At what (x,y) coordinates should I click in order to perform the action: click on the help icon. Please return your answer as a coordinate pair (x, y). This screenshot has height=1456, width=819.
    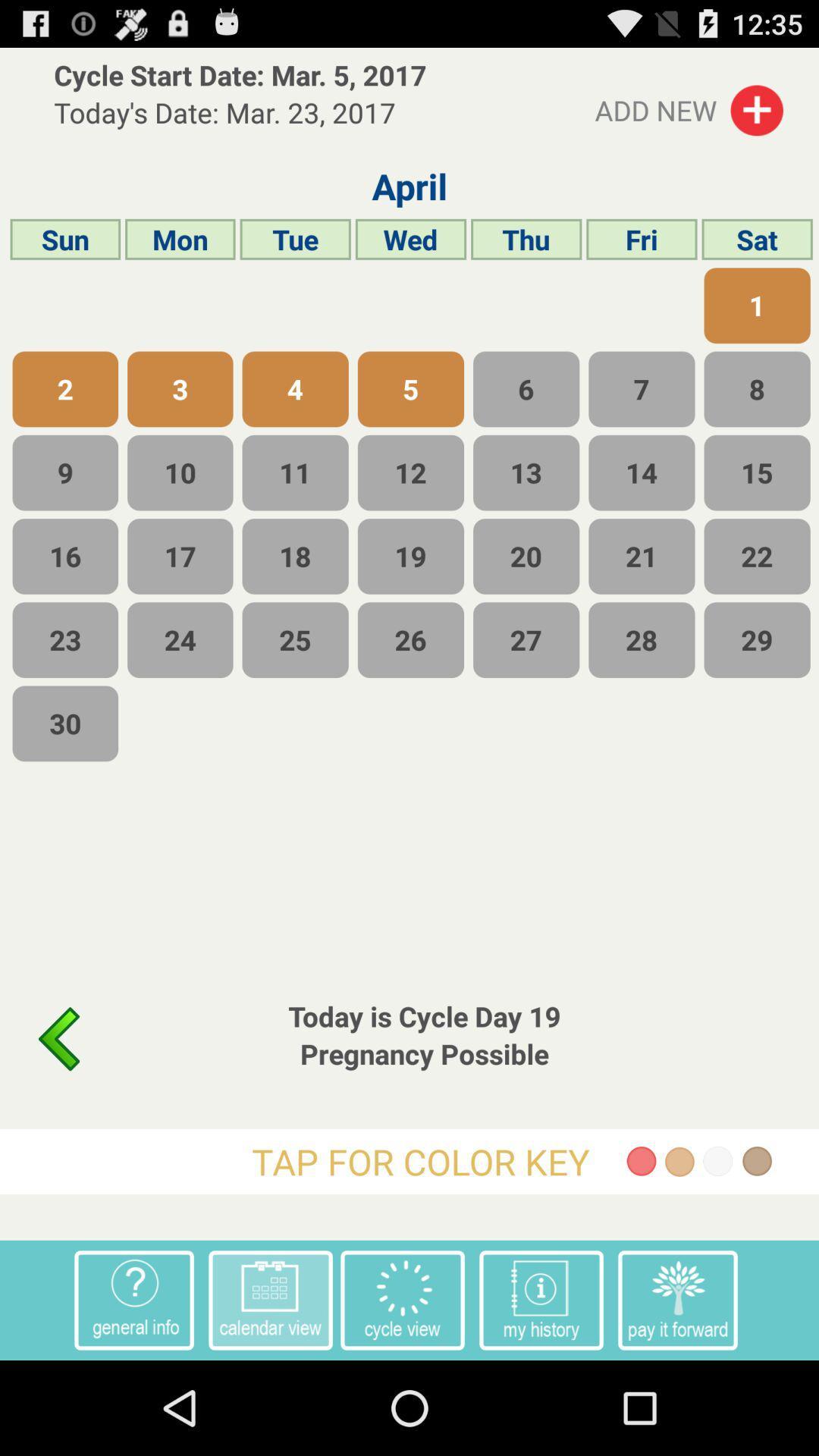
    Looking at the image, I should click on (133, 1392).